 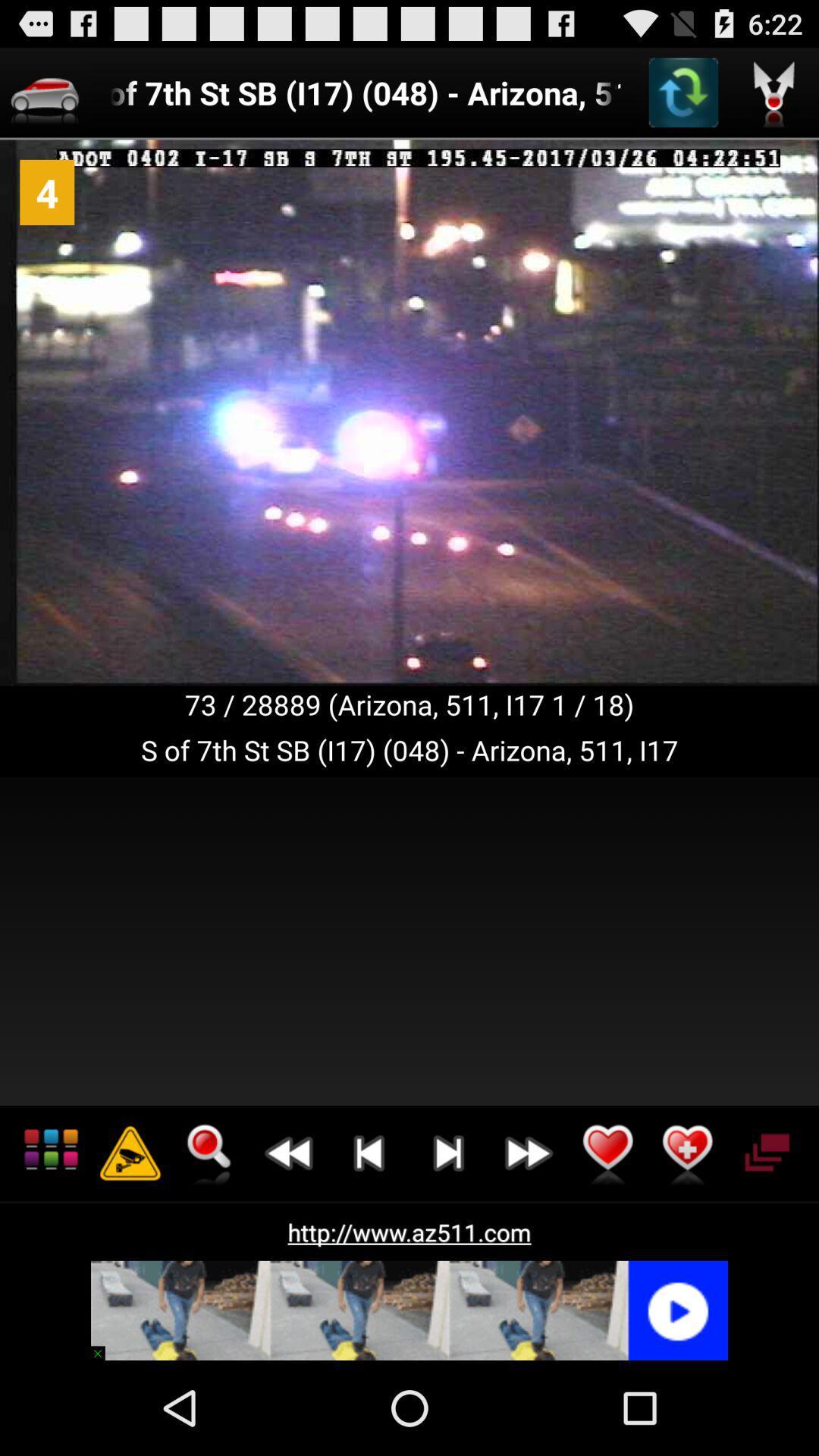 I want to click on the search icon, so click(x=209, y=1234).